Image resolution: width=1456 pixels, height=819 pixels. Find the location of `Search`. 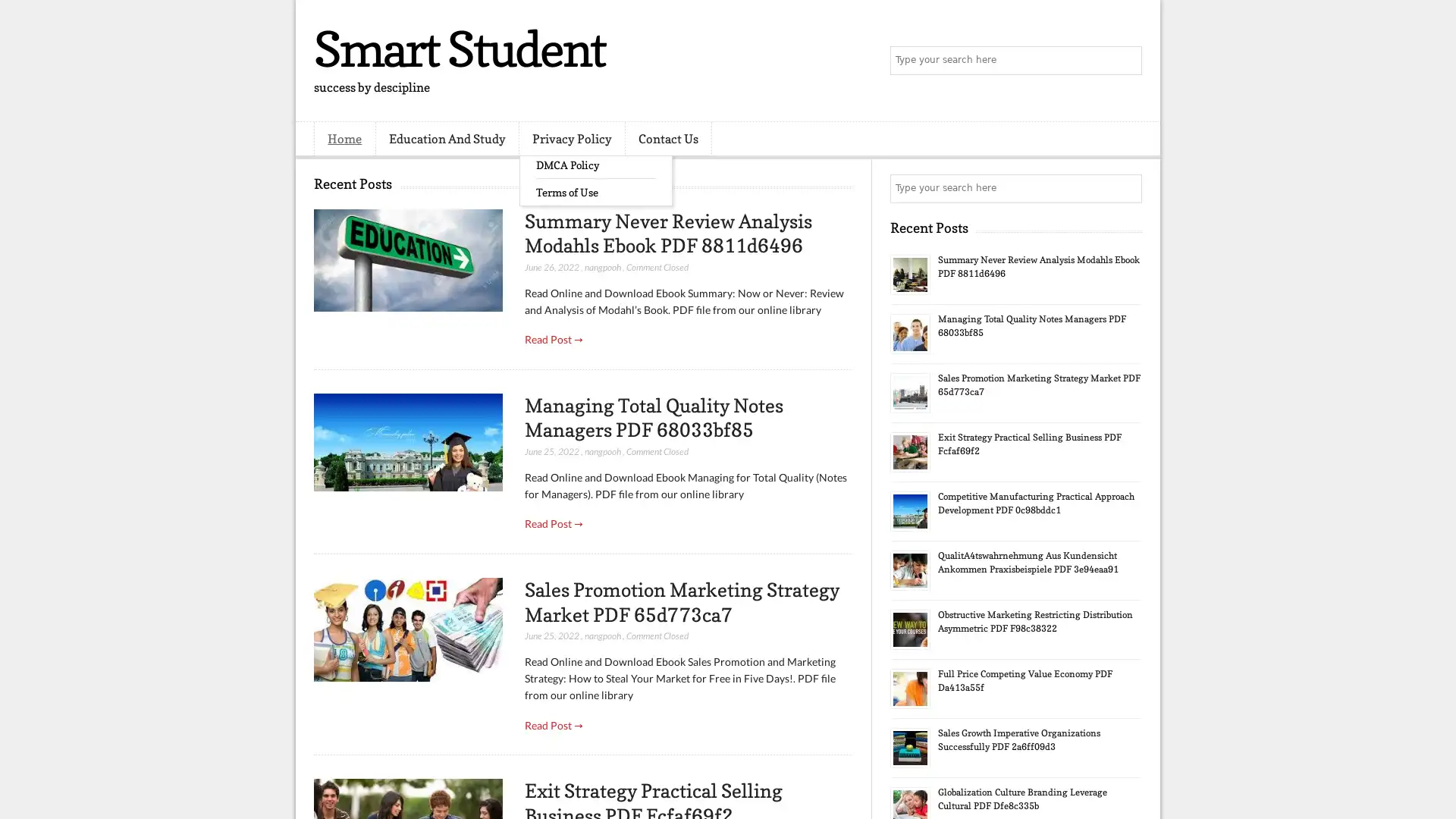

Search is located at coordinates (1126, 188).